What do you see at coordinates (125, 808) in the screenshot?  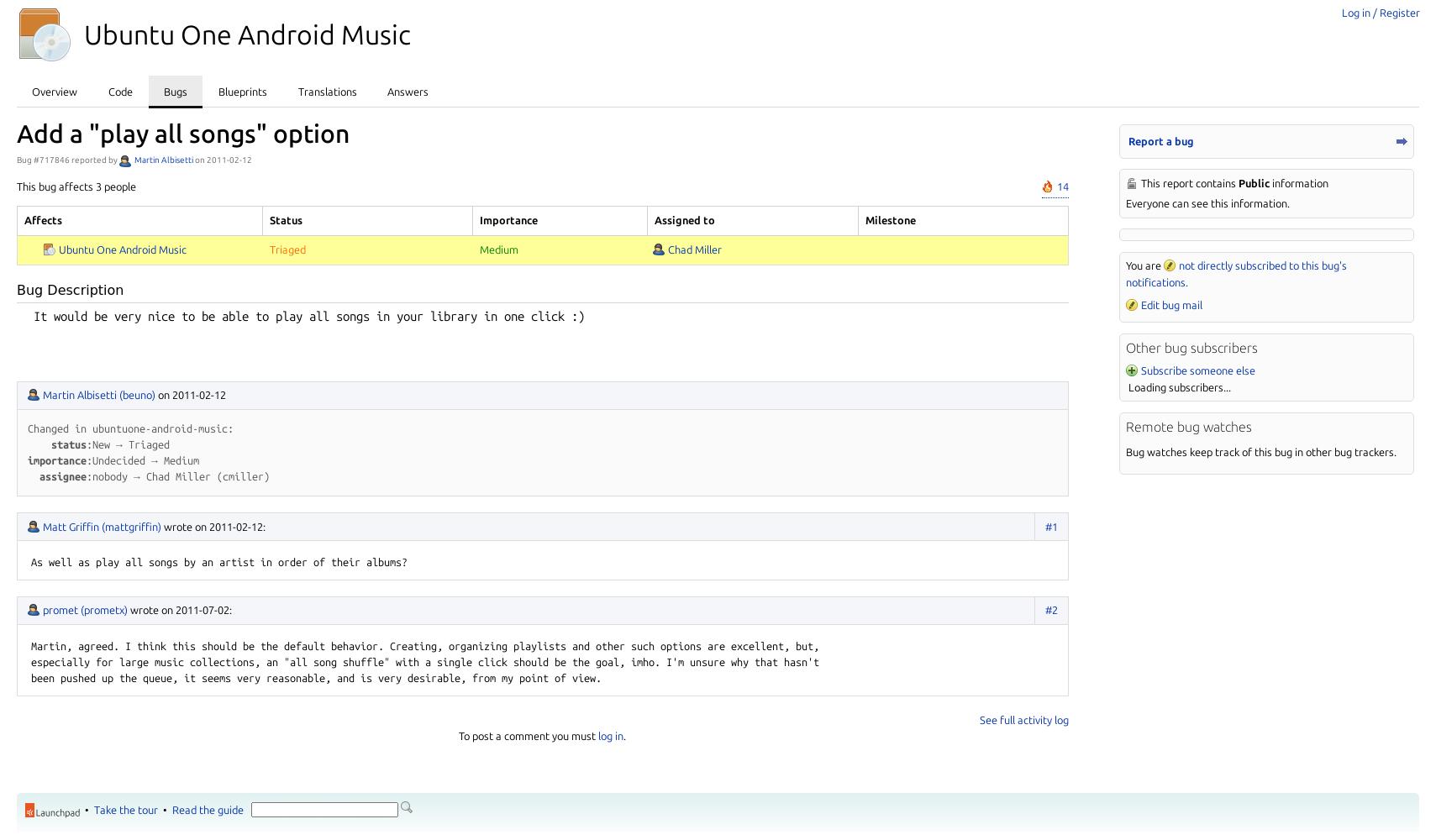 I see `'Take the tour'` at bounding box center [125, 808].